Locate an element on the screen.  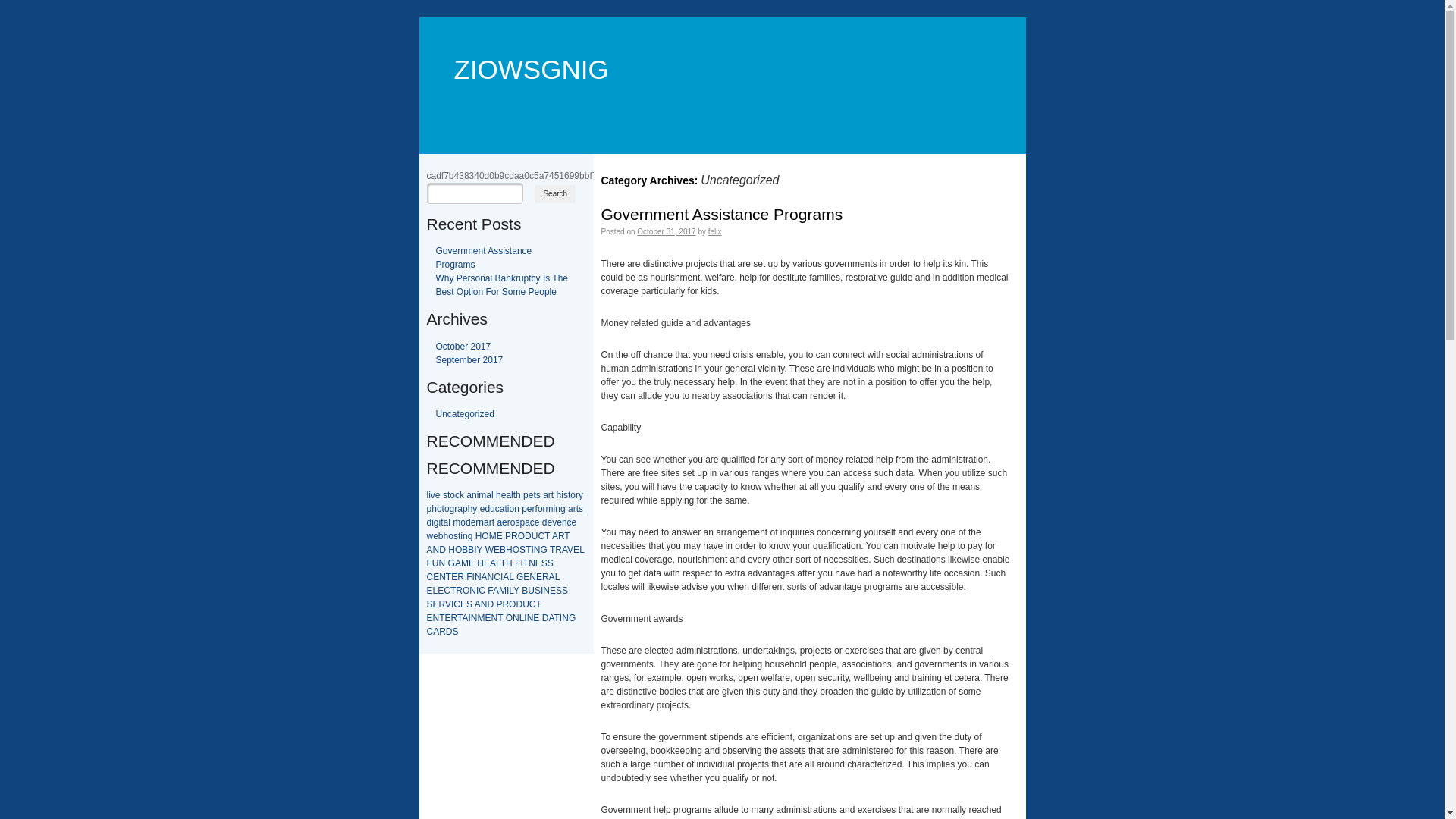
'a' is located at coordinates (545, 494).